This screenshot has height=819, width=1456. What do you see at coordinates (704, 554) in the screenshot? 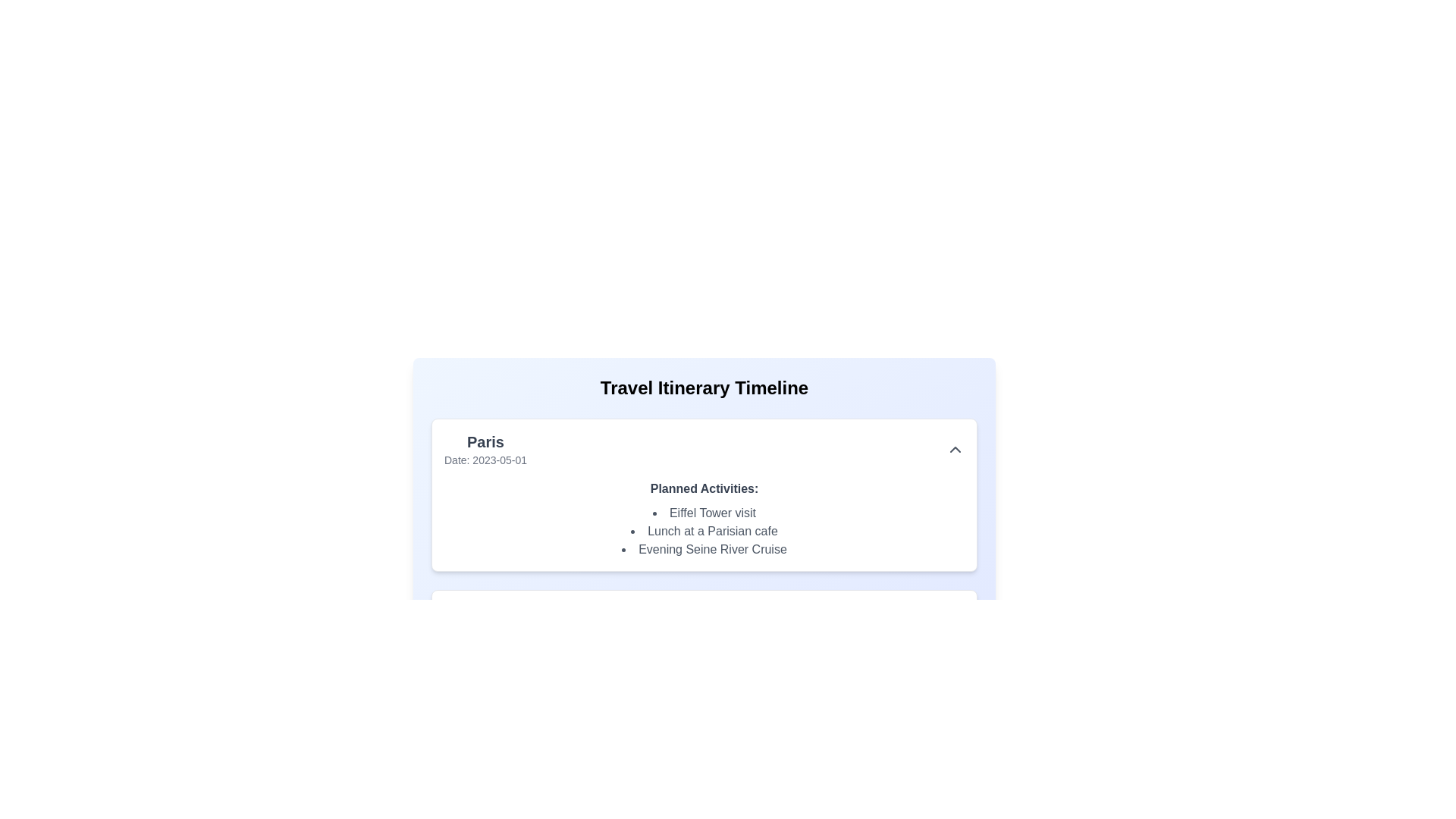
I see `the informational block displaying the date-specific itinerary for Paris, which is the first itinerary block in the travel timeline located below the title 'Travel Itinerary Timeline'` at bounding box center [704, 554].